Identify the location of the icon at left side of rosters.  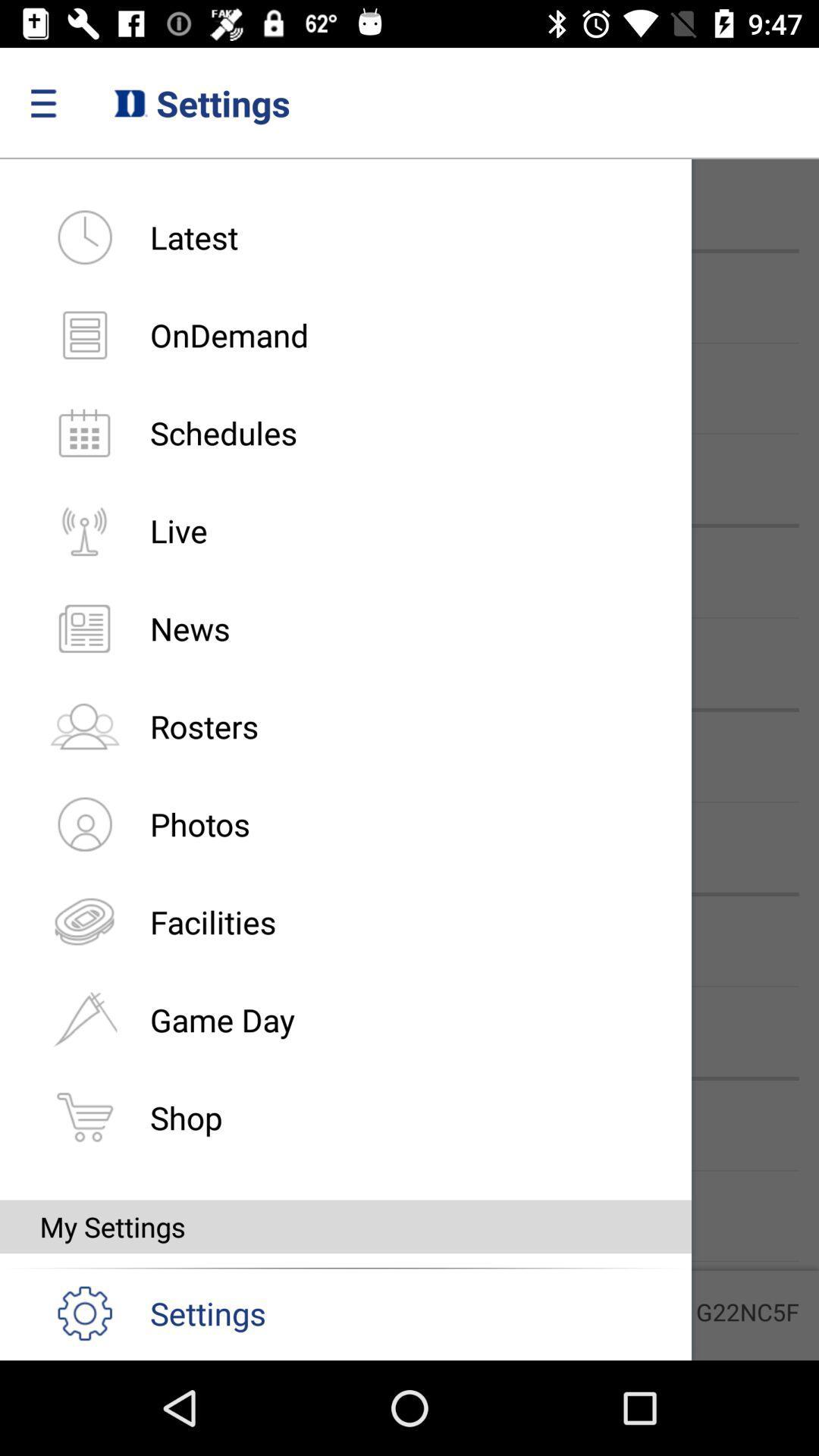
(84, 726).